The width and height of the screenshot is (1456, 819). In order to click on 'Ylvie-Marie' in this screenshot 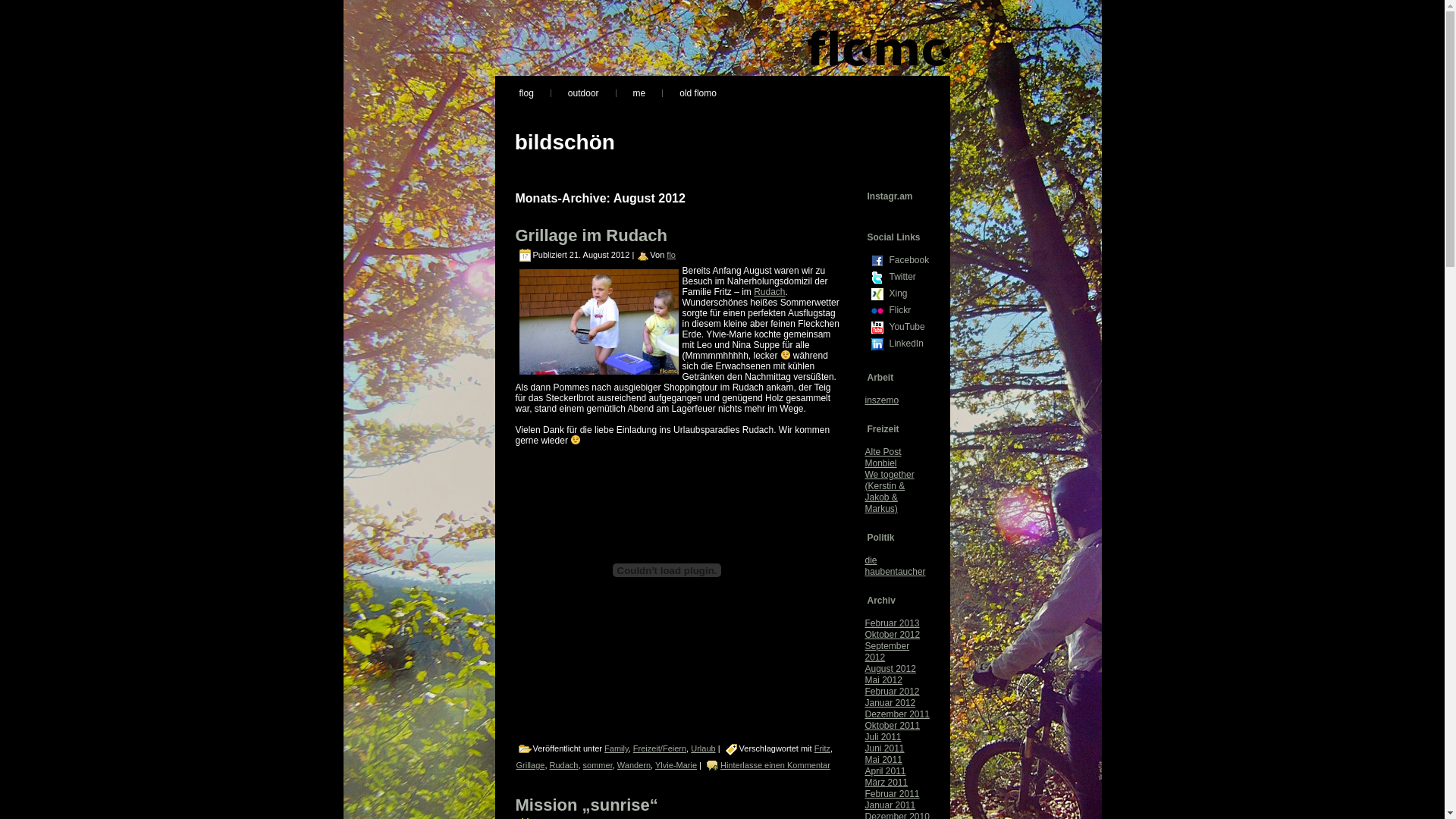, I will do `click(675, 765)`.